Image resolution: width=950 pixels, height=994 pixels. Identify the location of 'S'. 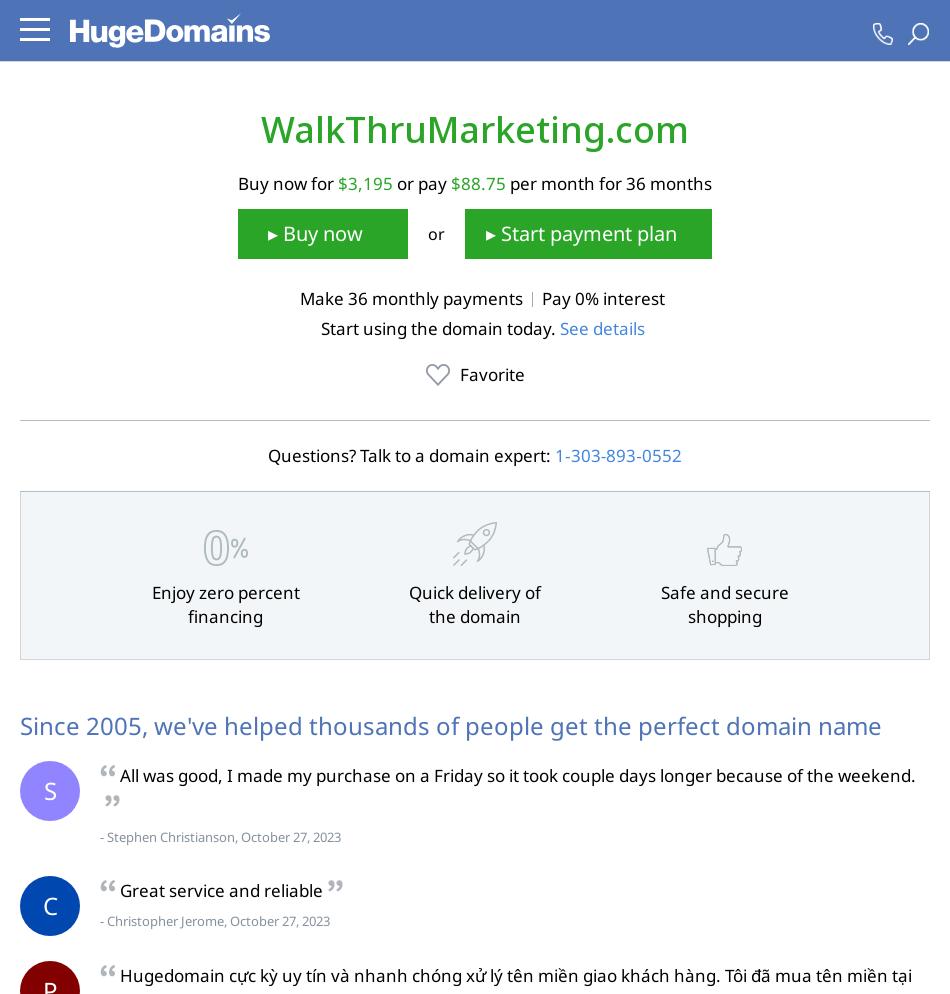
(49, 790).